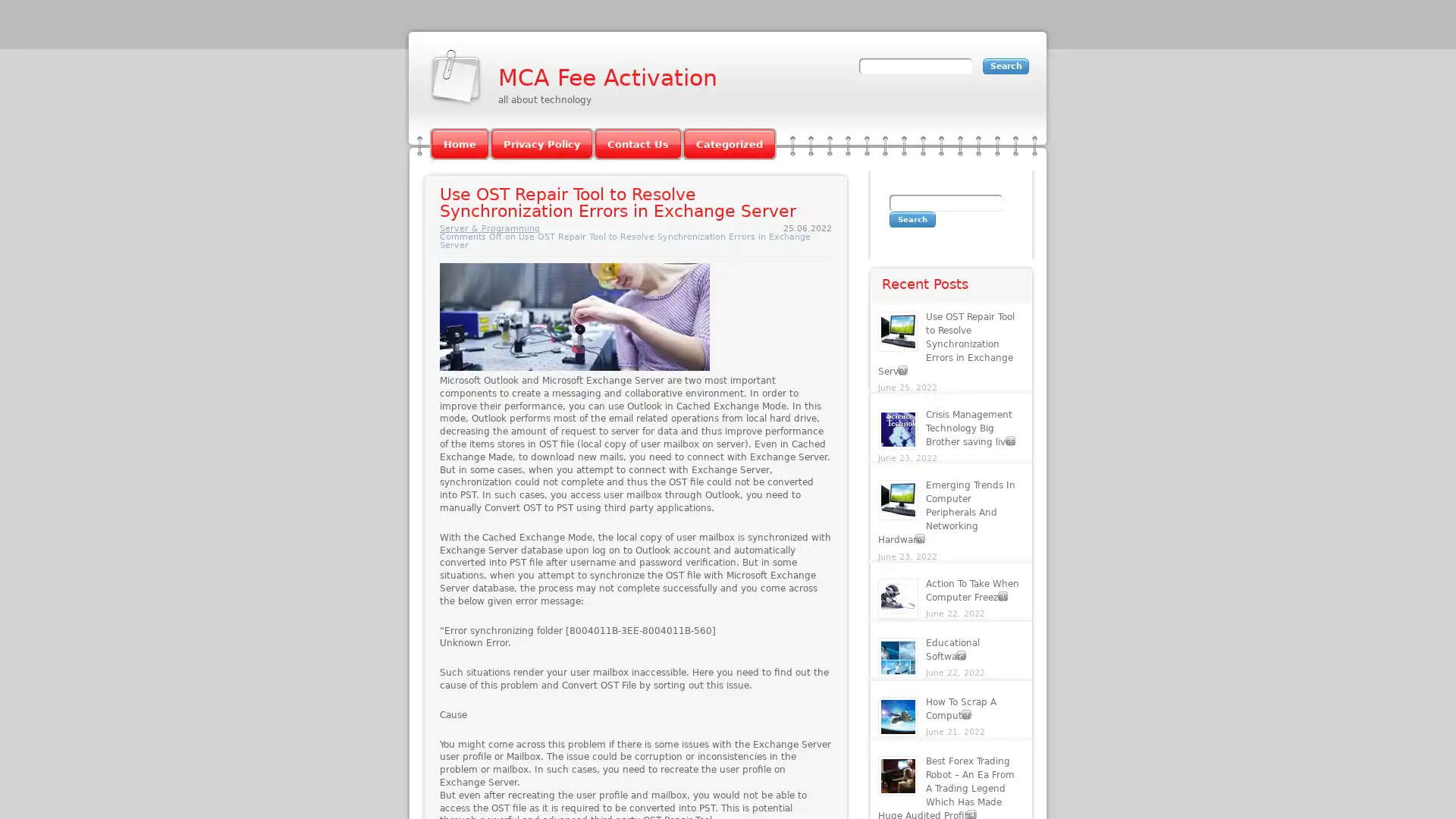 Image resolution: width=1456 pixels, height=819 pixels. I want to click on Search, so click(1006, 65).